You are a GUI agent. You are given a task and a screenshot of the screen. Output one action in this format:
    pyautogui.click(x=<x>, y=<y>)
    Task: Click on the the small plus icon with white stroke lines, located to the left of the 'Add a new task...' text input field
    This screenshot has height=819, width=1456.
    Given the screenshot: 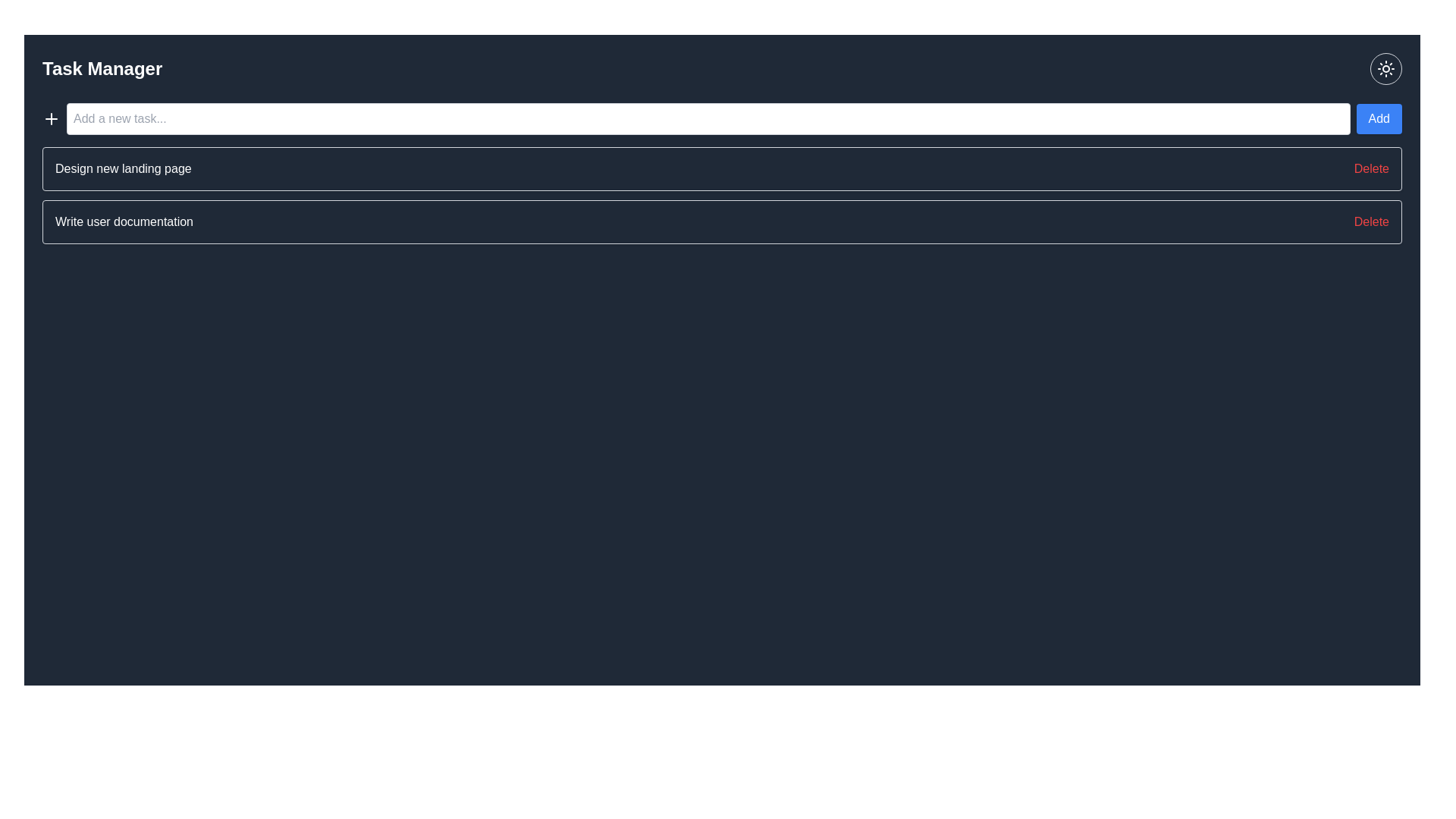 What is the action you would take?
    pyautogui.click(x=51, y=118)
    